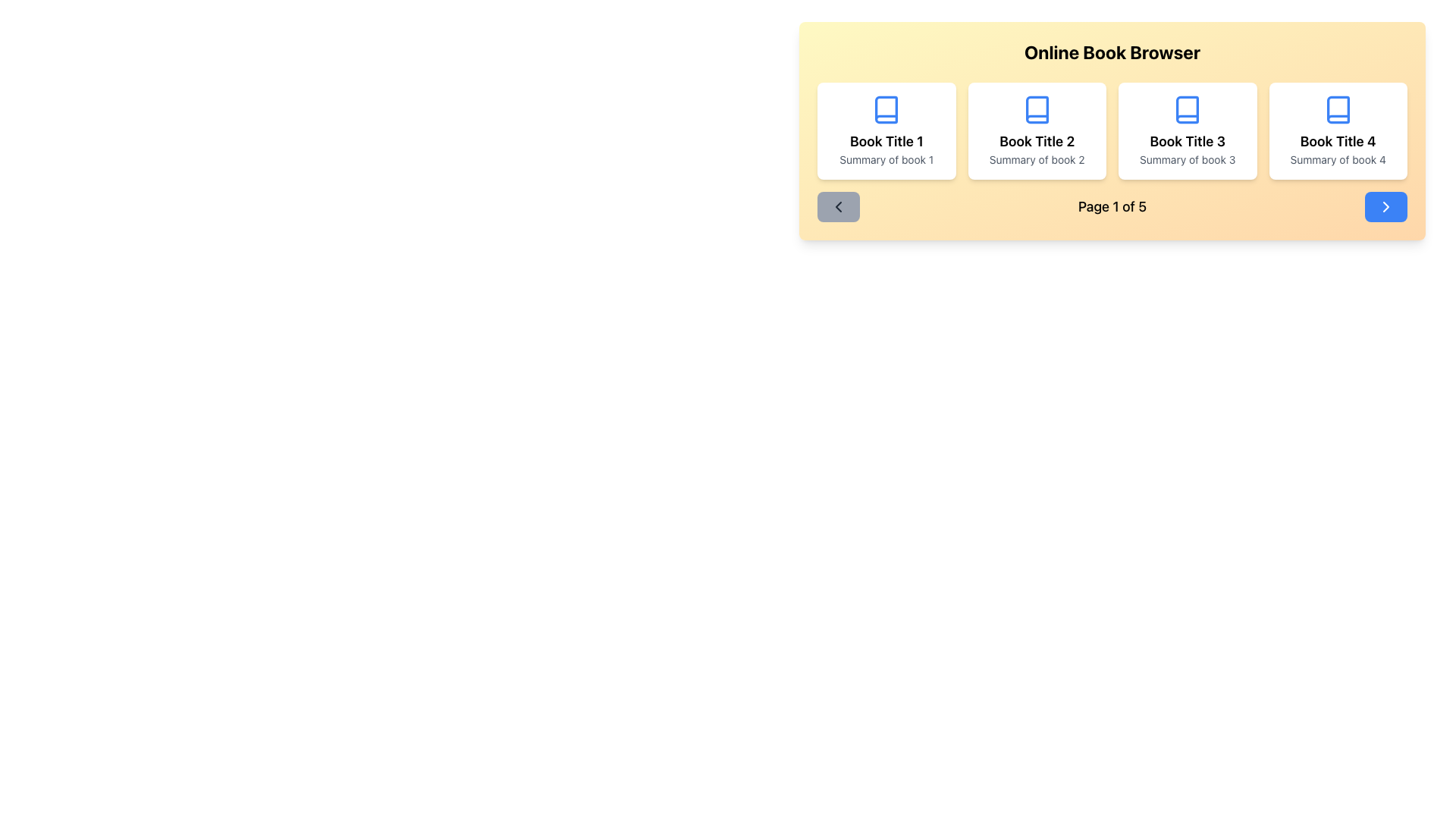  What do you see at coordinates (886, 109) in the screenshot?
I see `the blue book icon located in the first card of the horizontally scrollable list, which is the second card from the left` at bounding box center [886, 109].